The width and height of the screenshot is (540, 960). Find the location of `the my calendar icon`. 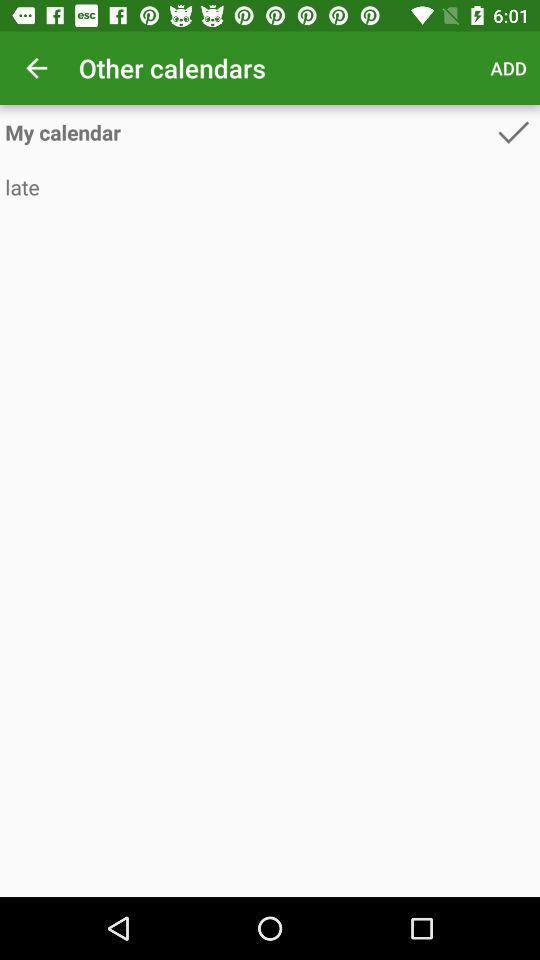

the my calendar icon is located at coordinates (248, 131).